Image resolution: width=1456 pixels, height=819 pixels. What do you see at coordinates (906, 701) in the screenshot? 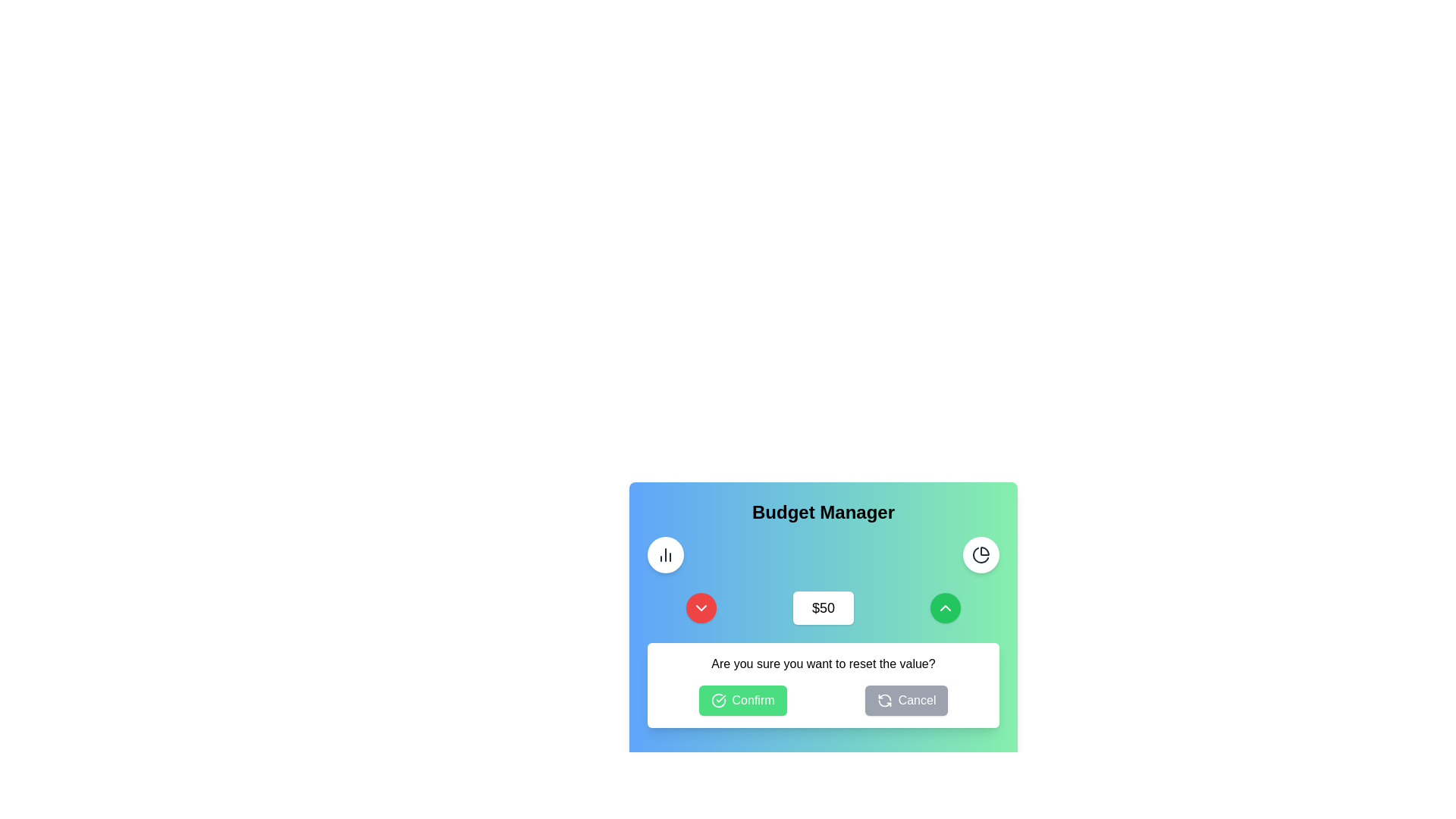
I see `the cancel button located at the bottom-right corner of the confirmation dialog to change its background color` at bounding box center [906, 701].